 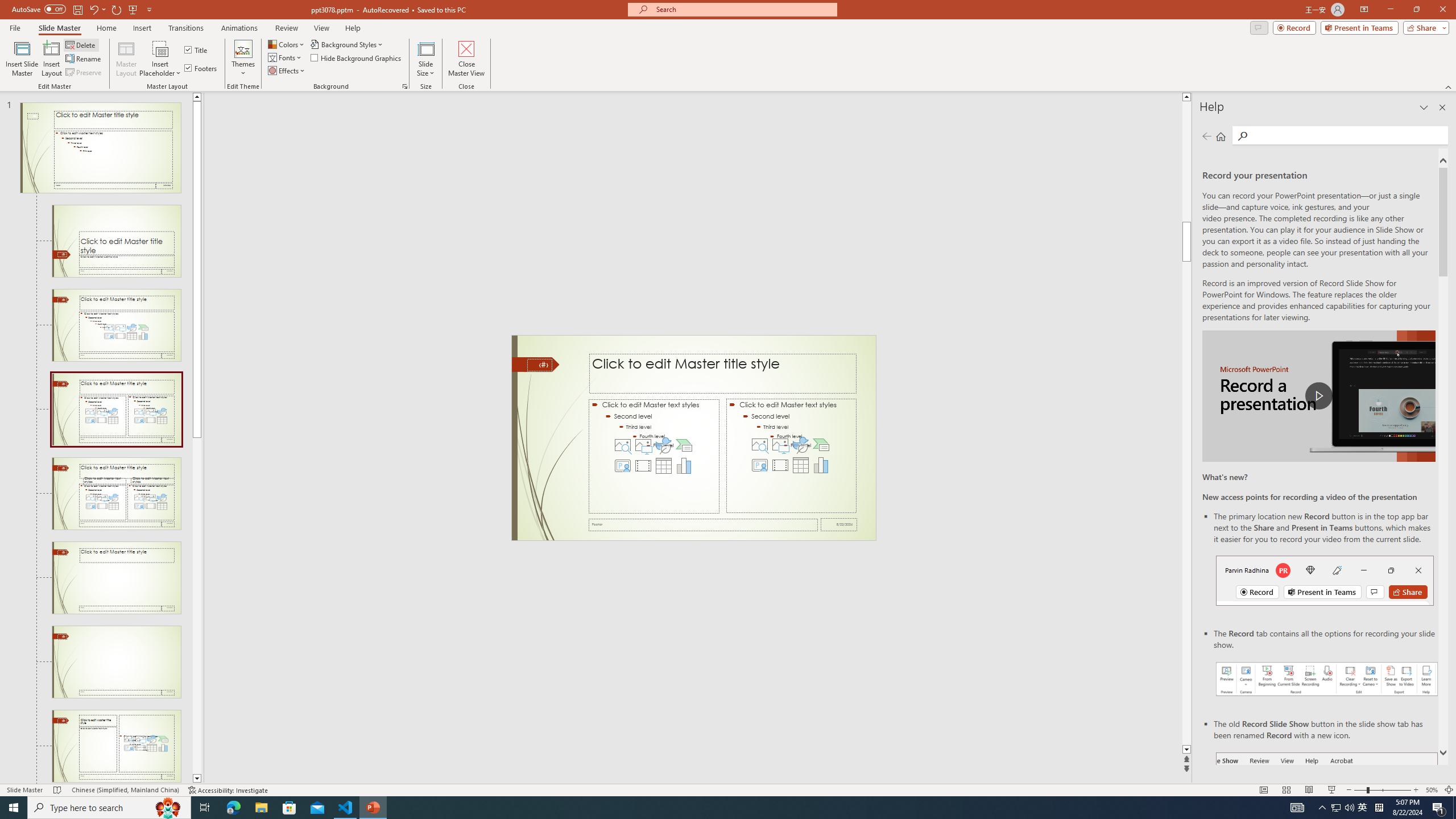 What do you see at coordinates (196, 49) in the screenshot?
I see `'Title'` at bounding box center [196, 49].